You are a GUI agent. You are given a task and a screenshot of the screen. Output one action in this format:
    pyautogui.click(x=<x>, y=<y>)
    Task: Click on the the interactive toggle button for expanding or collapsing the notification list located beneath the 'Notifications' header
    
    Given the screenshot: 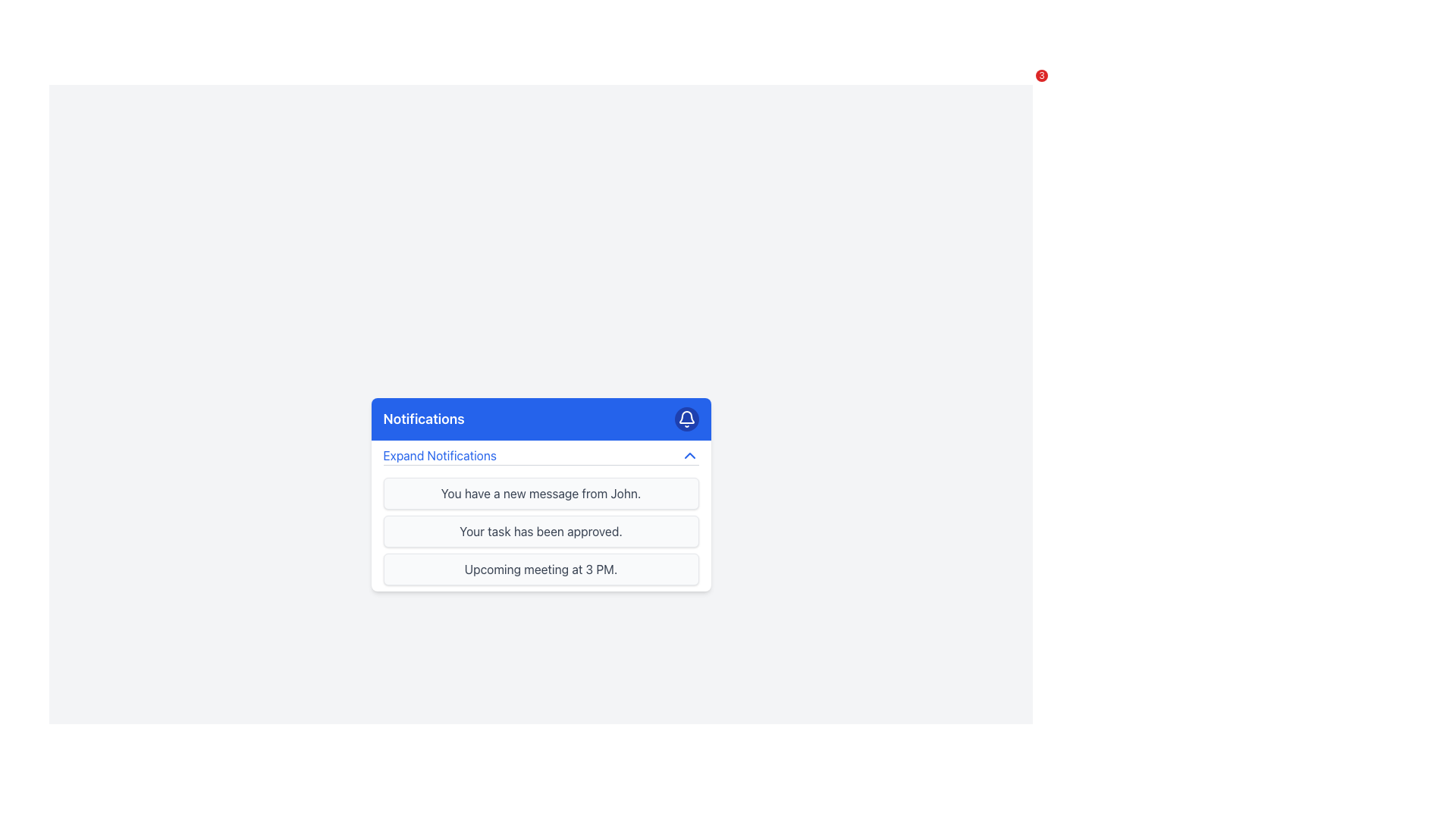 What is the action you would take?
    pyautogui.click(x=541, y=455)
    